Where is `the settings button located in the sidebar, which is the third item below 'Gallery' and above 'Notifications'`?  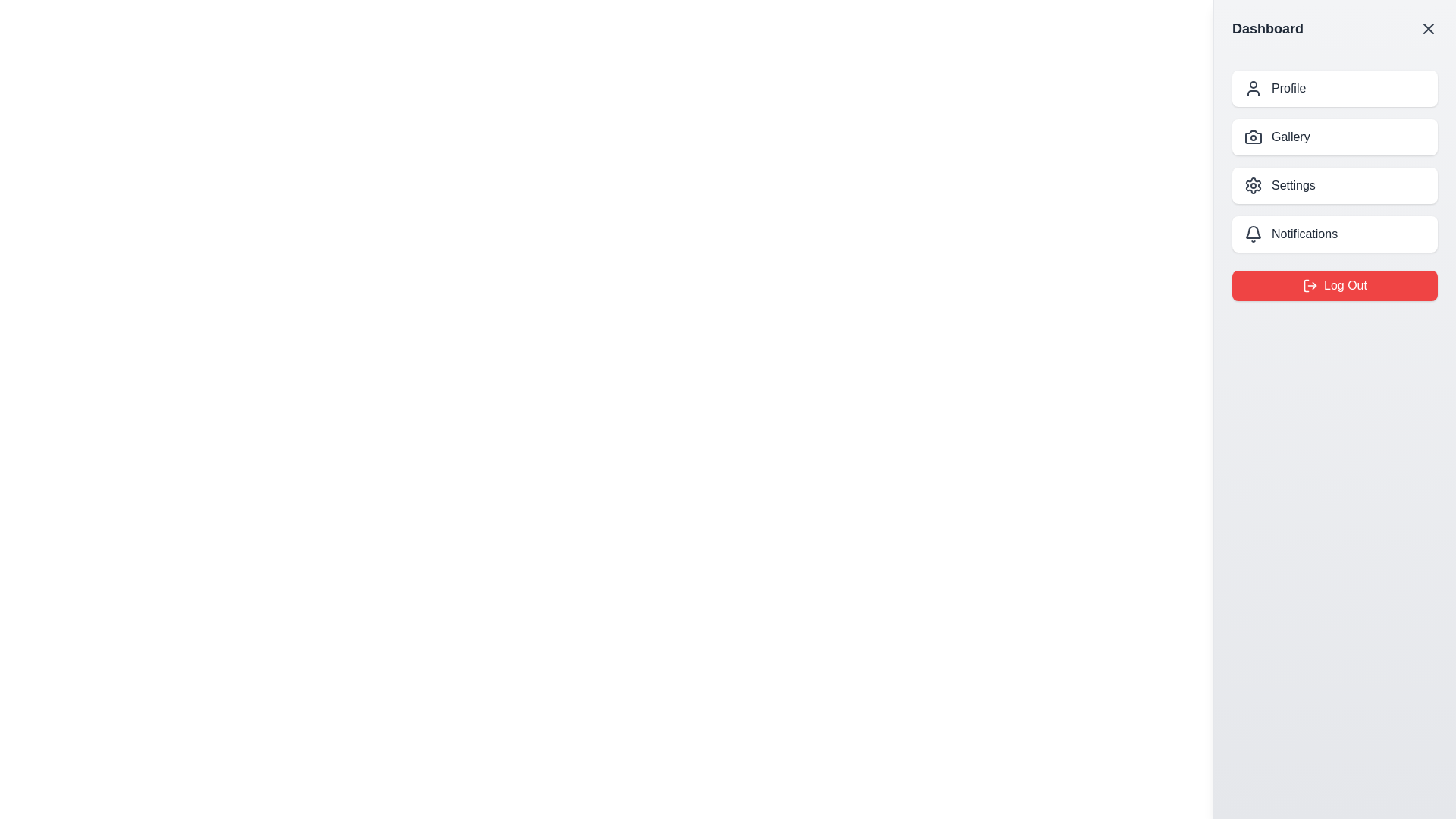 the settings button located in the sidebar, which is the third item below 'Gallery' and above 'Notifications' is located at coordinates (1335, 185).